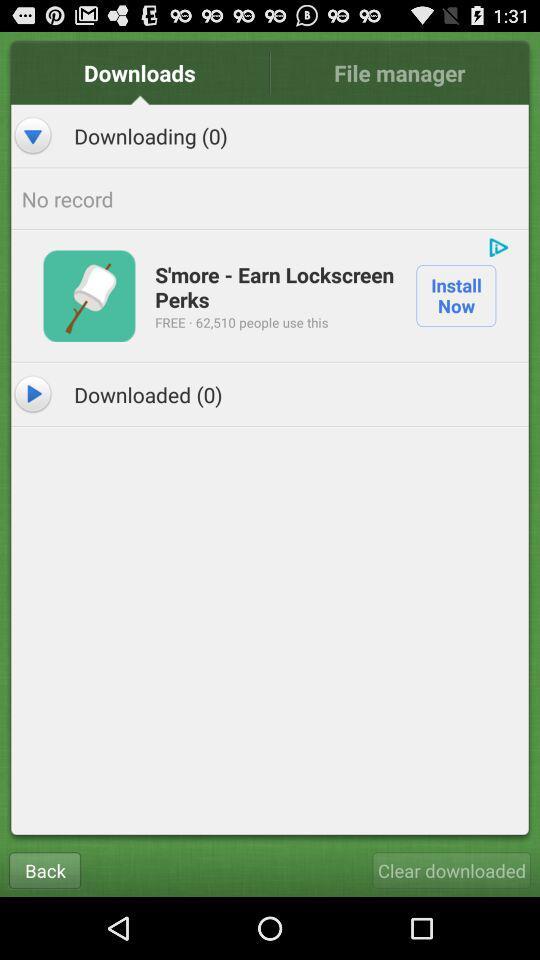 This screenshot has height=960, width=540. Describe the element at coordinates (139, 72) in the screenshot. I see `the app above the downloading (0) item` at that location.